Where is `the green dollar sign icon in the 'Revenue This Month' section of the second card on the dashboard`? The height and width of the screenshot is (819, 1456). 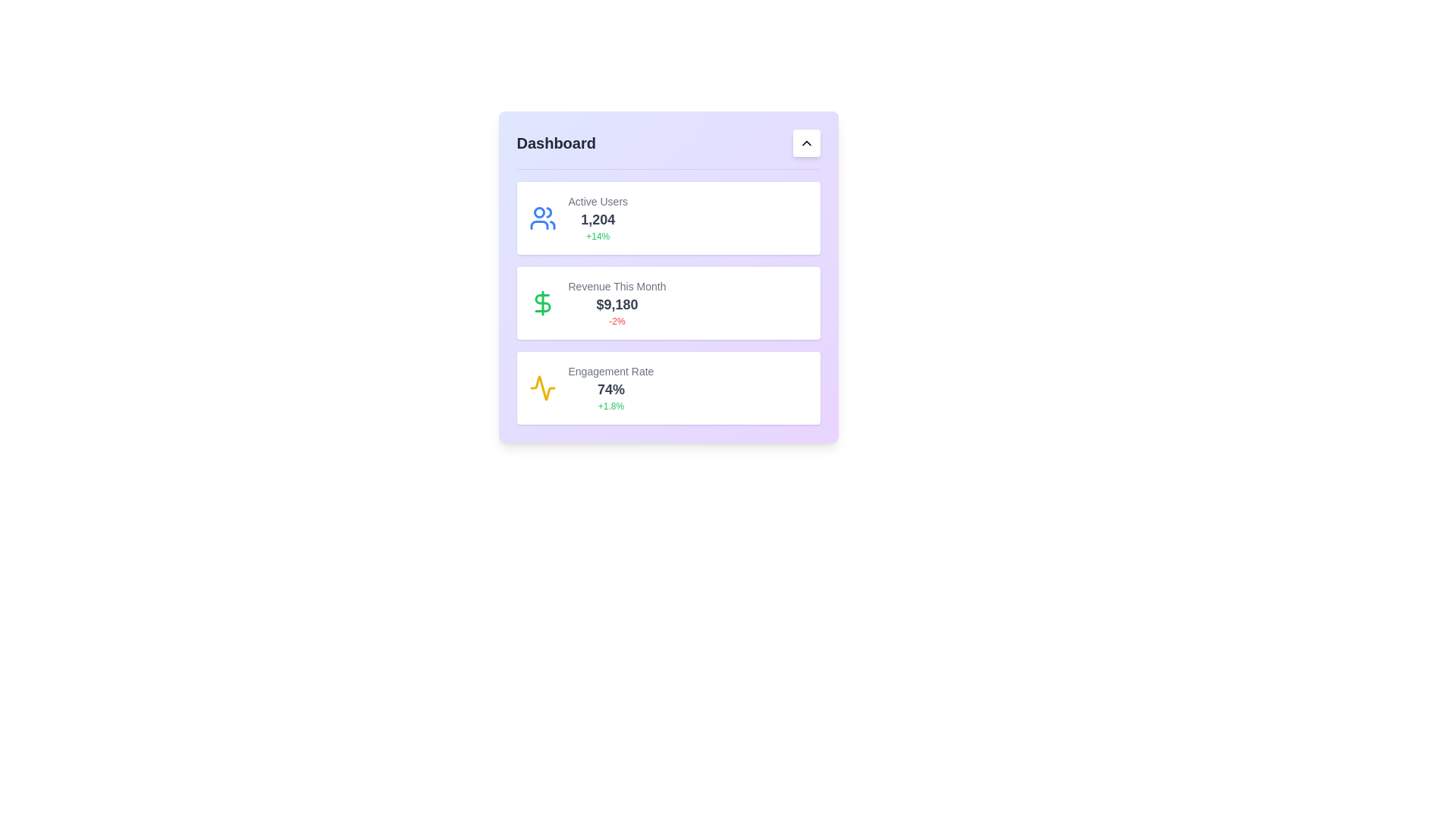
the green dollar sign icon in the 'Revenue This Month' section of the second card on the dashboard is located at coordinates (542, 303).